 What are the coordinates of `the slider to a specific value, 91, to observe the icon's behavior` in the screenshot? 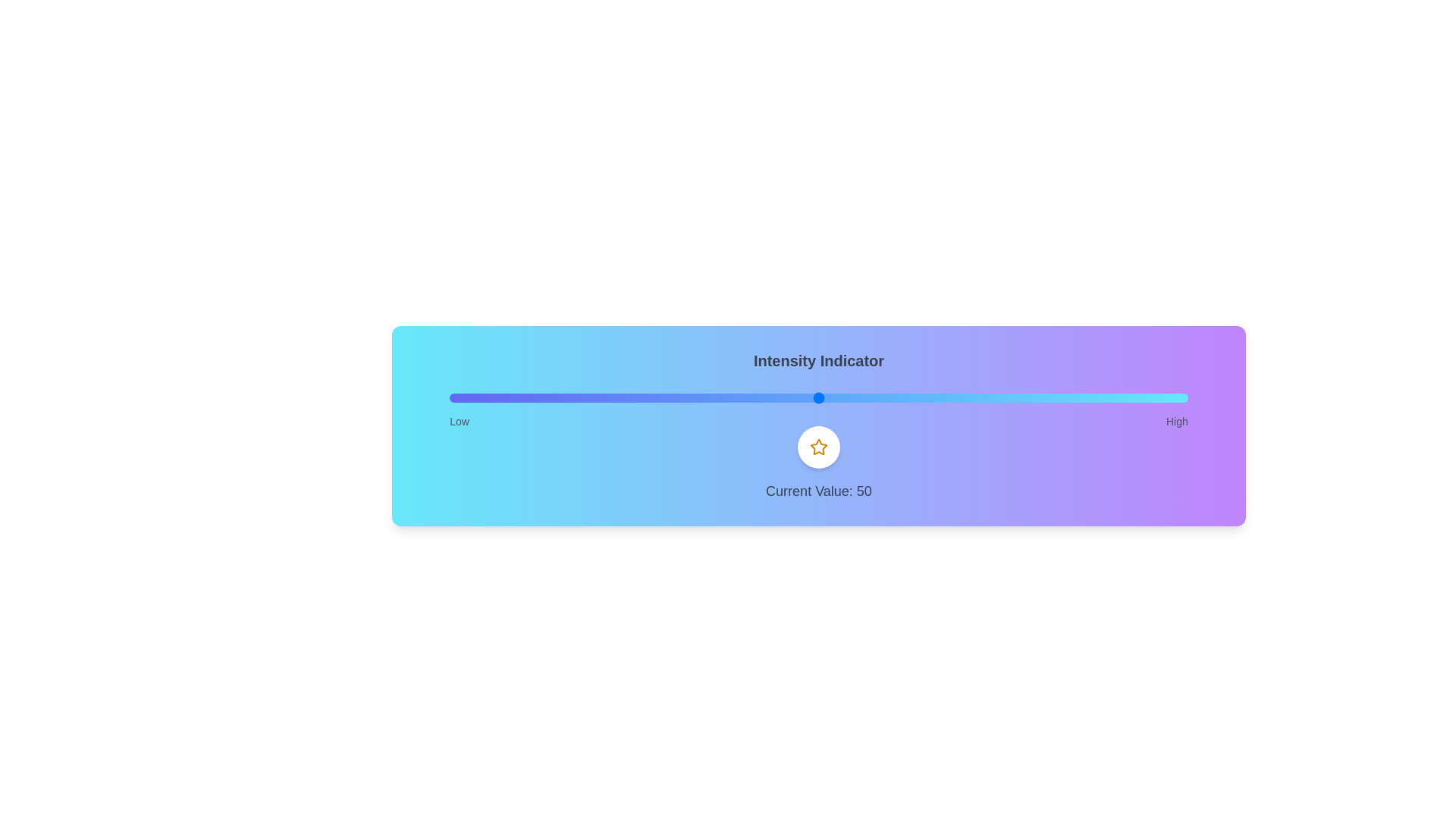 It's located at (1122, 397).